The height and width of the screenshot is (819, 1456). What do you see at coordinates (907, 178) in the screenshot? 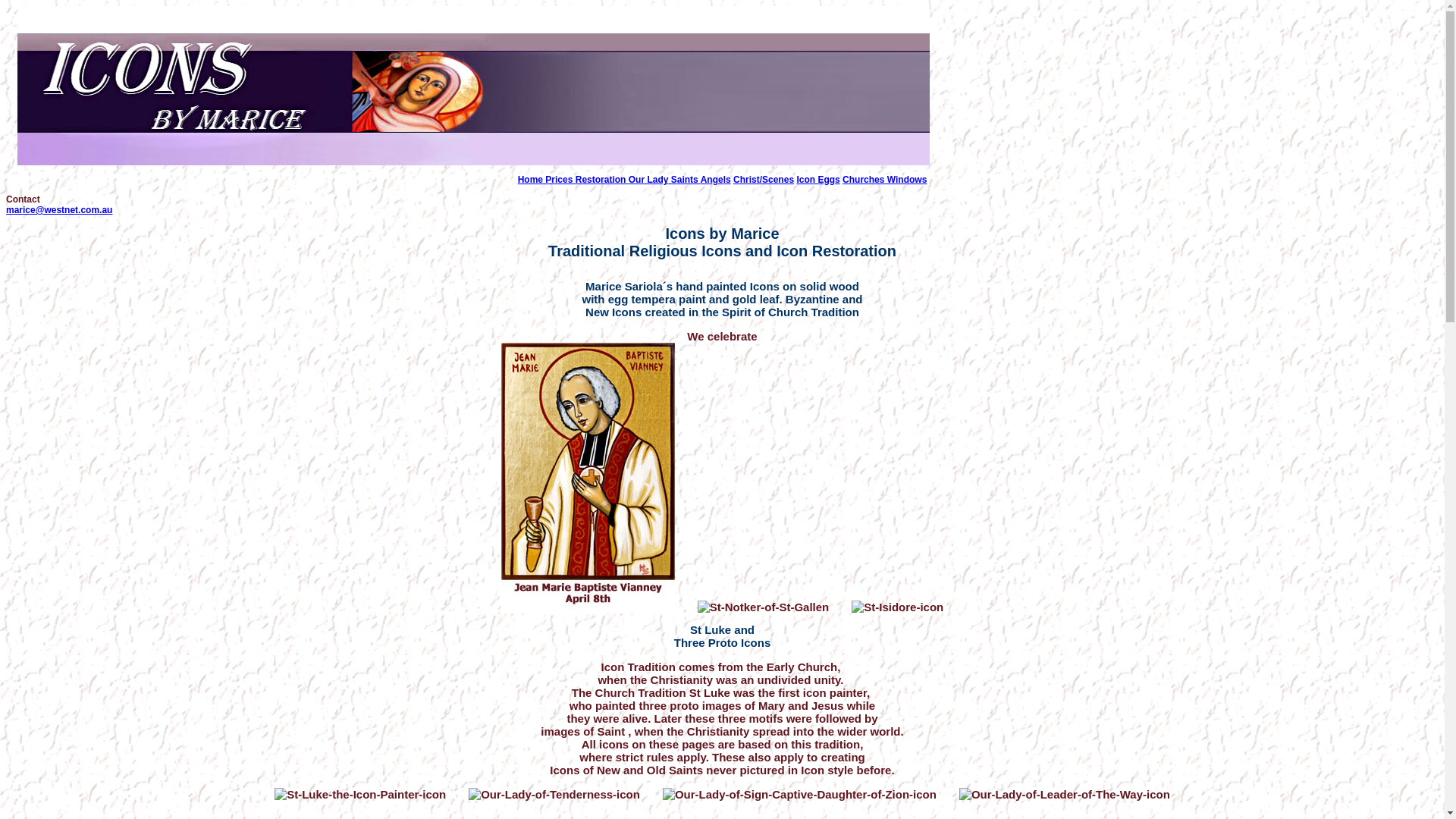
I see `'Windows'` at bounding box center [907, 178].